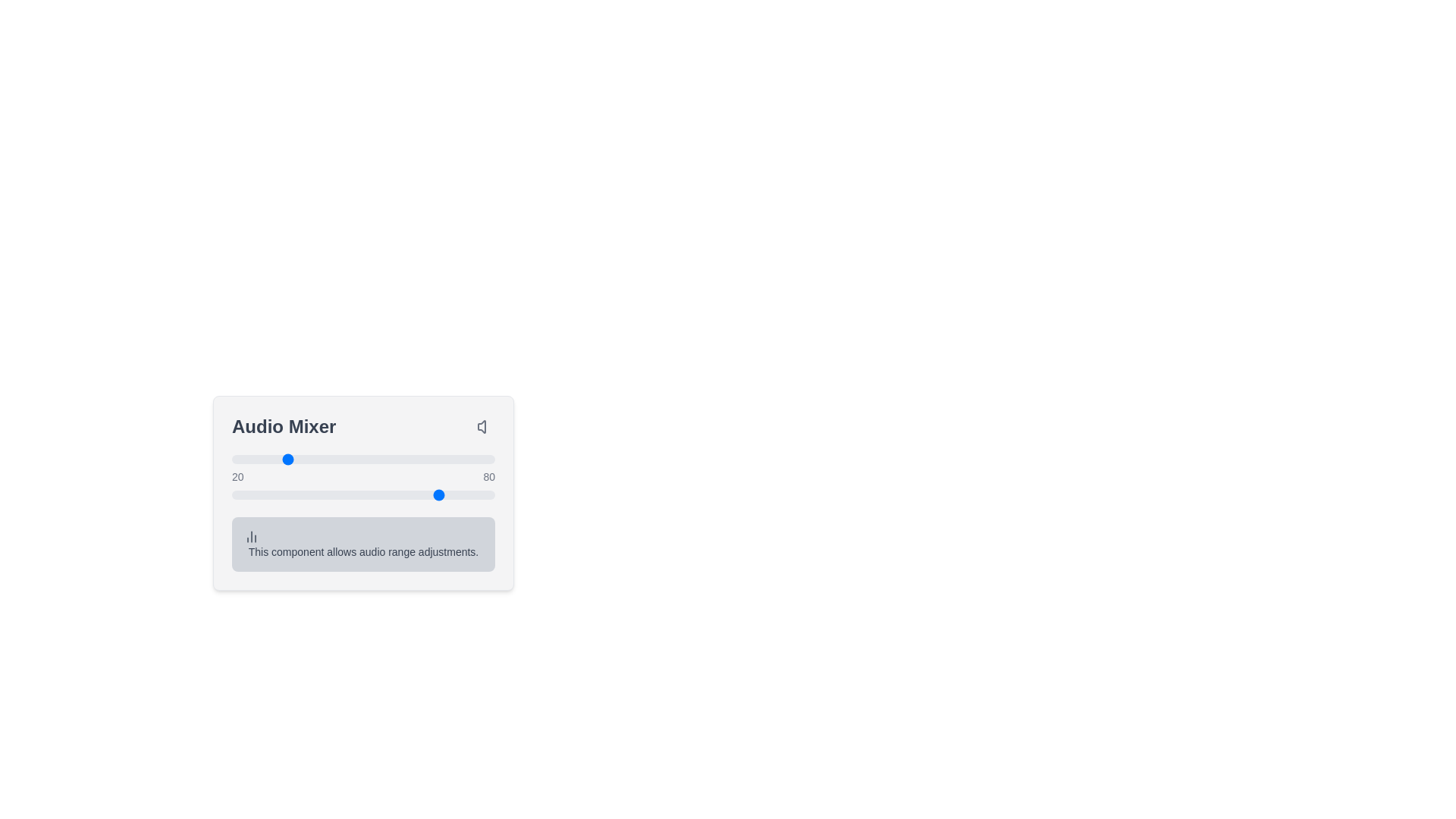  What do you see at coordinates (251, 536) in the screenshot?
I see `the small gray bar chart icon located at the top left of the descriptive text for audio range adjustments` at bounding box center [251, 536].